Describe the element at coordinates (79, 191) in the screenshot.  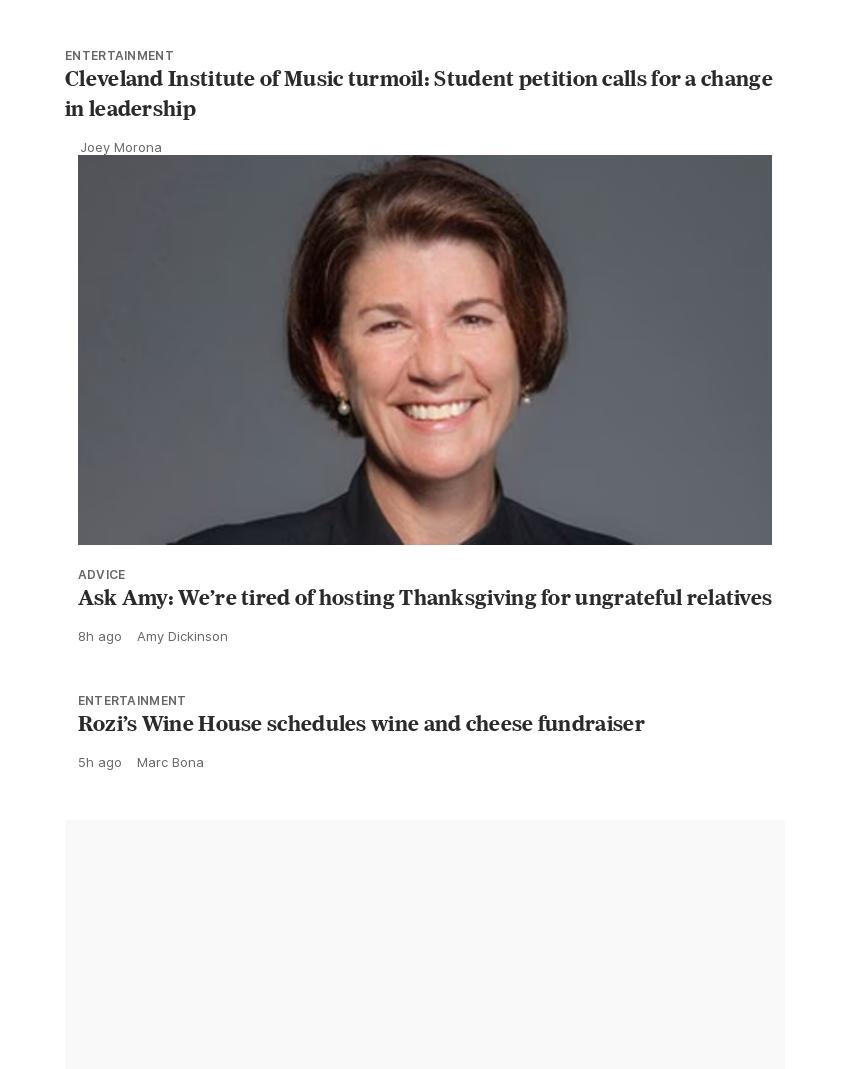
I see `'Joey Morona'` at that location.